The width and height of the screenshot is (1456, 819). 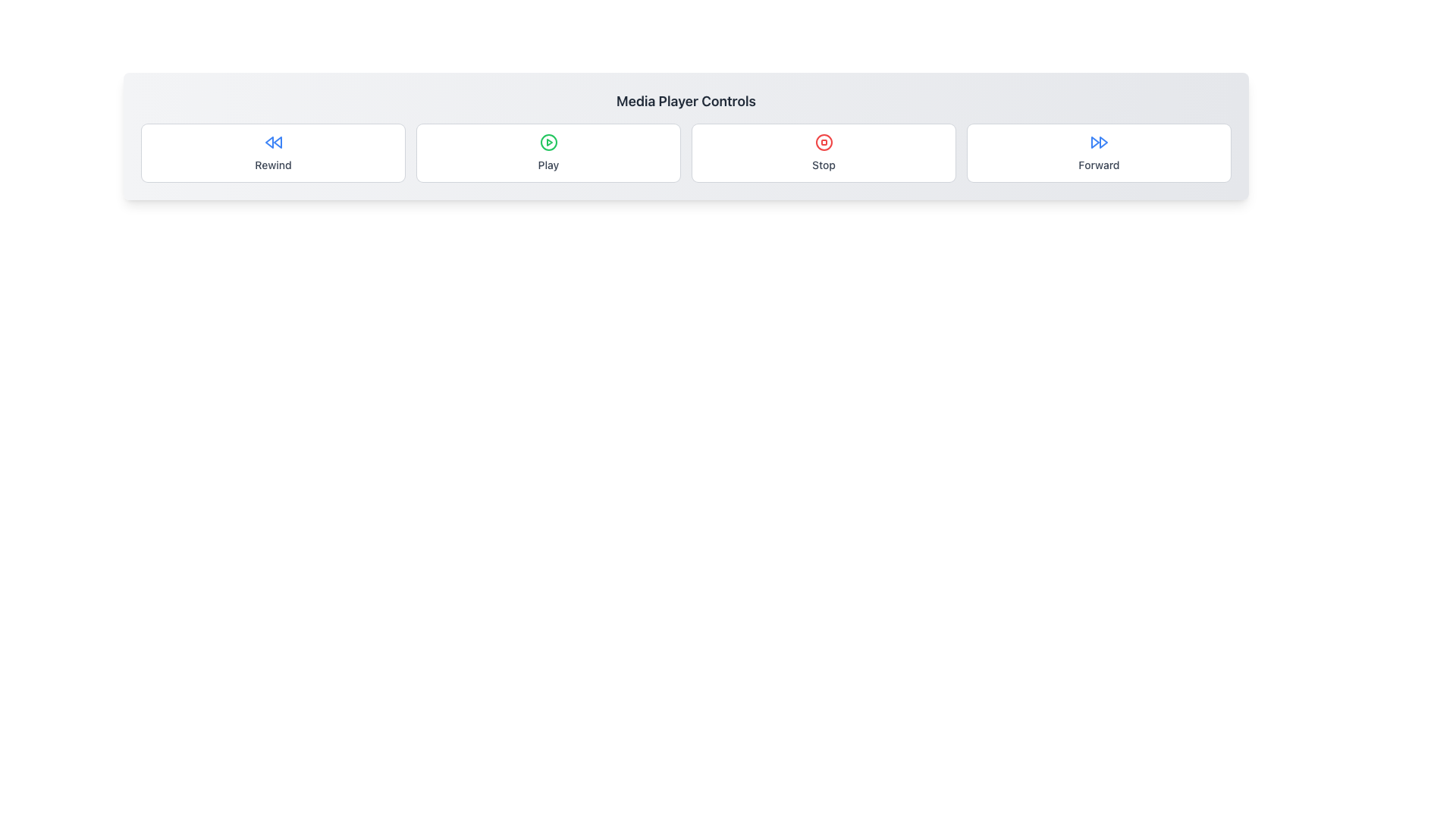 I want to click on SVG icon representing the fast-forward symbol, which is located at the top of the 'Forward' button in the media controls, so click(x=1099, y=143).